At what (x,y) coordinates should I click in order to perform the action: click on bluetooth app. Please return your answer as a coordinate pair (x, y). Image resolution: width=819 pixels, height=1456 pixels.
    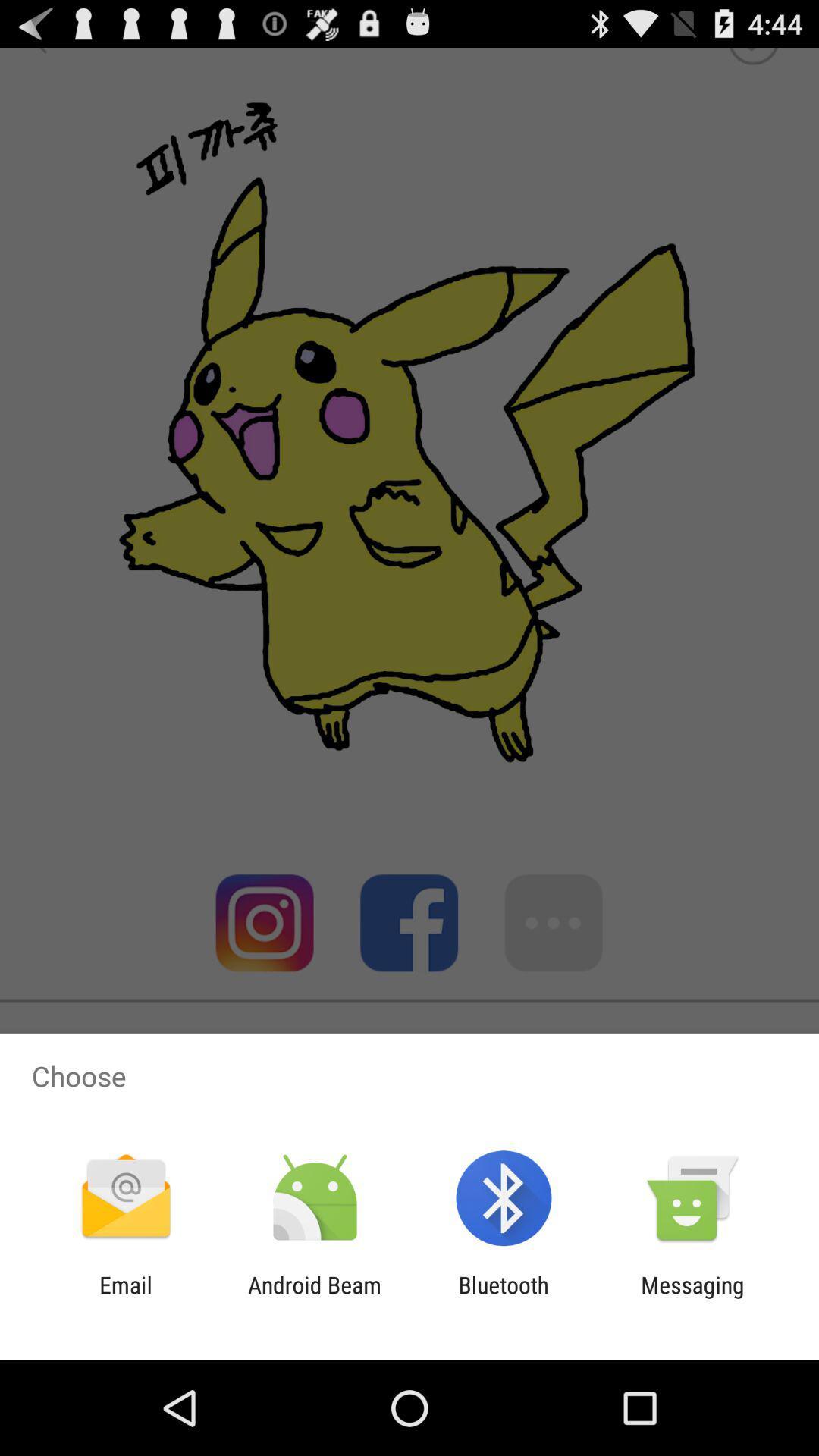
    Looking at the image, I should click on (504, 1298).